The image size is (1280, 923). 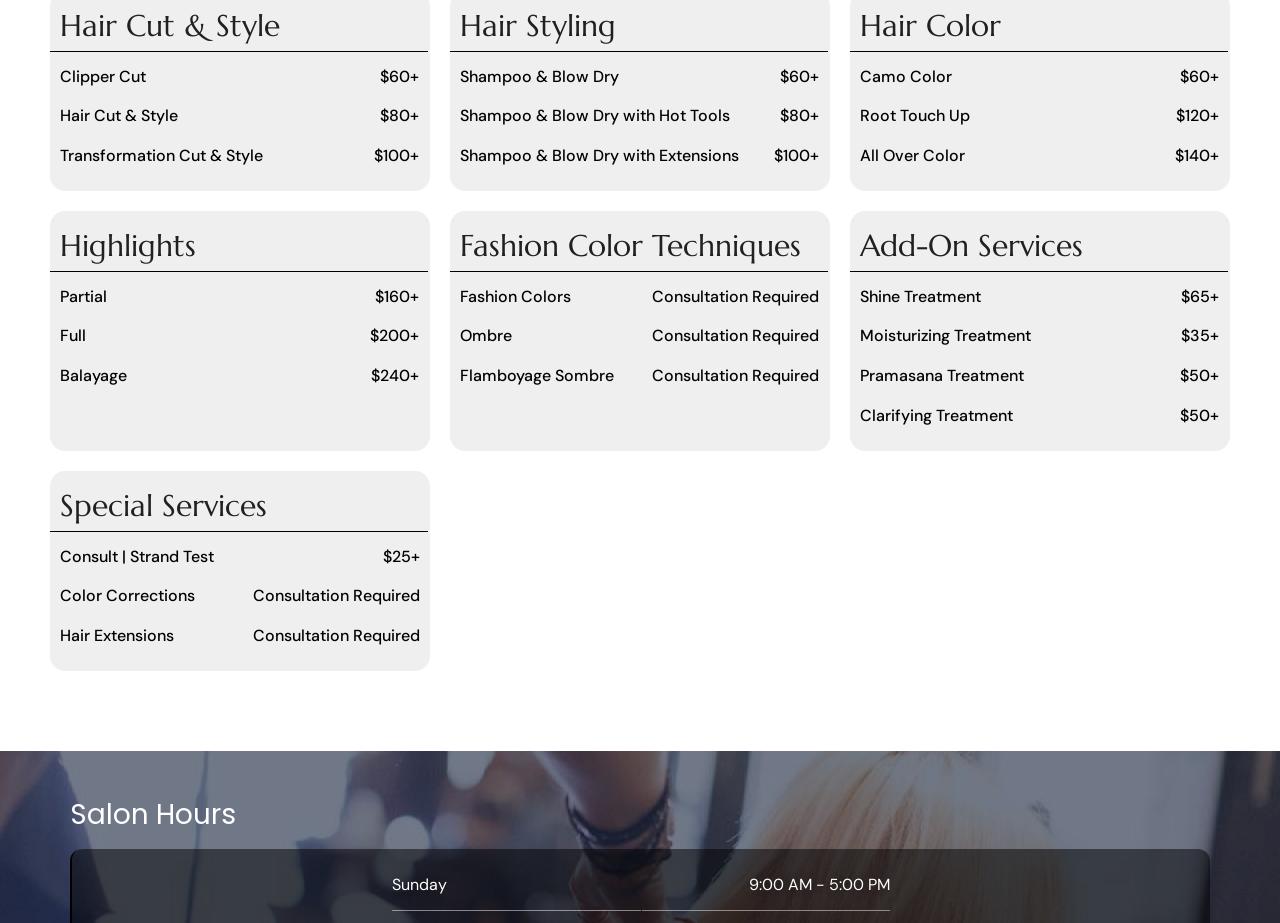 What do you see at coordinates (593, 115) in the screenshot?
I see `'Shampoo & Blow Dry with Hot Tools'` at bounding box center [593, 115].